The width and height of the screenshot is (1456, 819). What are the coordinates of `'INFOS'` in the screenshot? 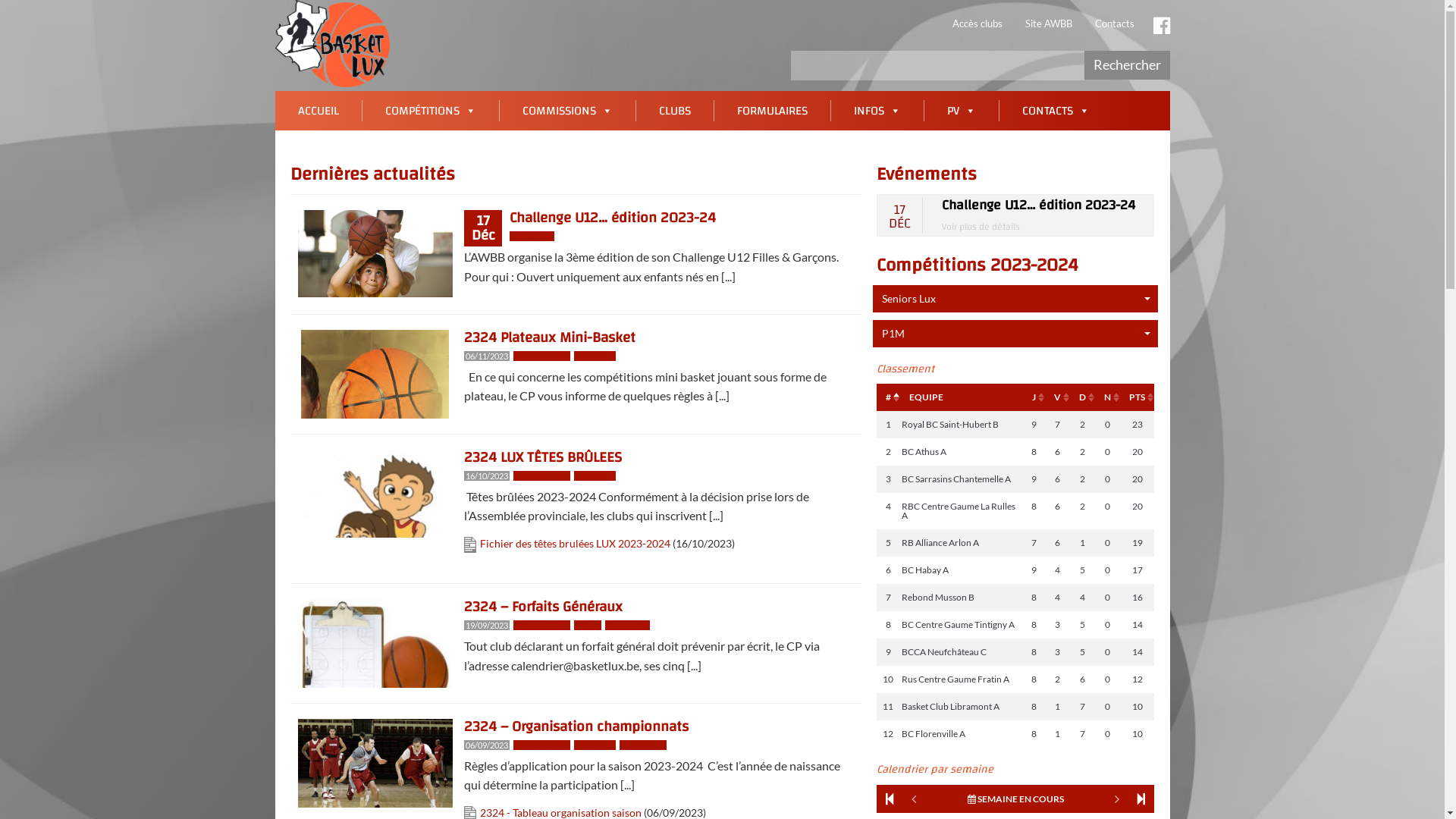 It's located at (877, 110).